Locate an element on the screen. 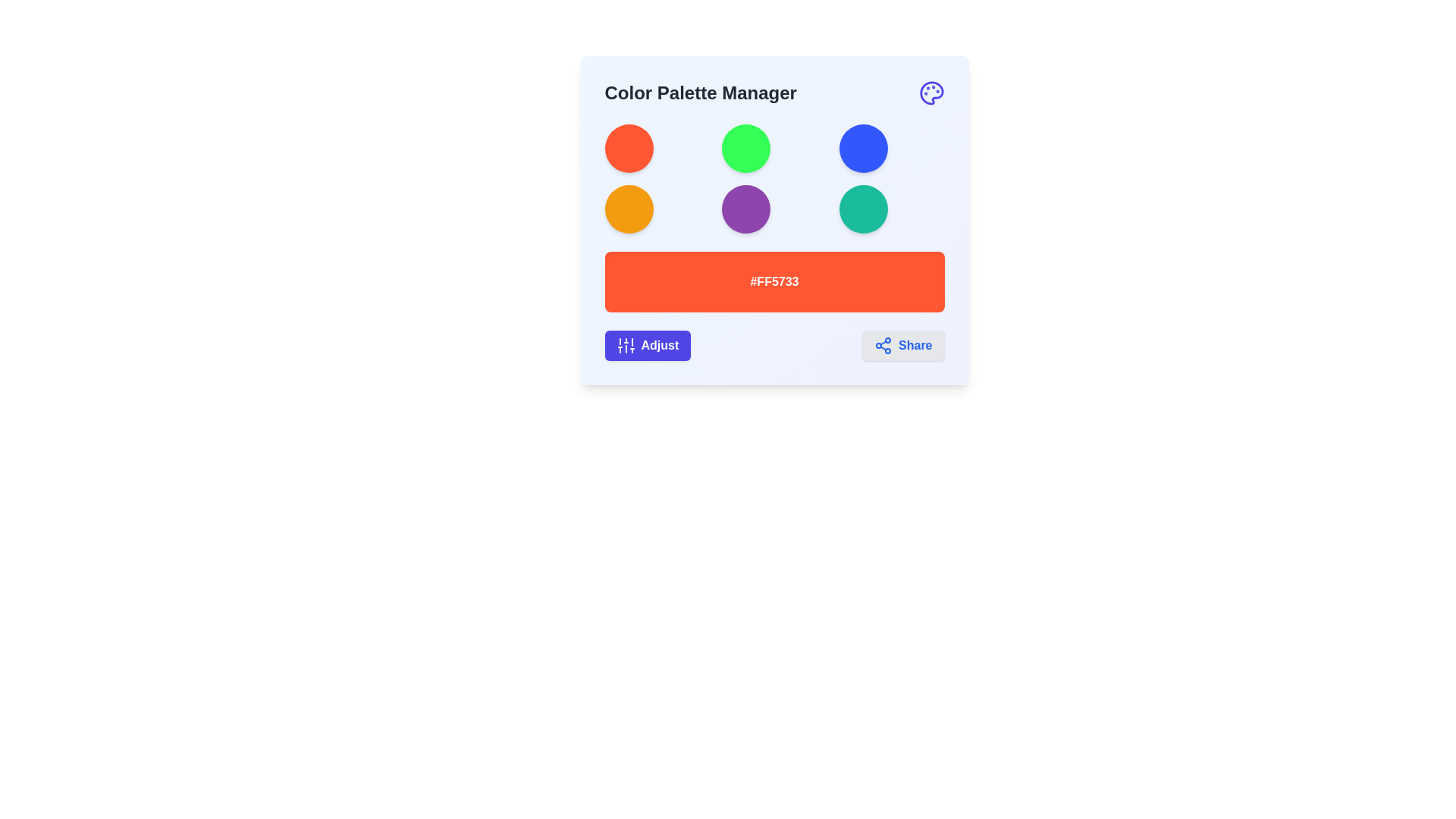 The image size is (1456, 819). header text 'Color Palette Manager' located at the top of the interface, styled in bold, dark text on the left with a purple palette icon on the right is located at coordinates (774, 93).